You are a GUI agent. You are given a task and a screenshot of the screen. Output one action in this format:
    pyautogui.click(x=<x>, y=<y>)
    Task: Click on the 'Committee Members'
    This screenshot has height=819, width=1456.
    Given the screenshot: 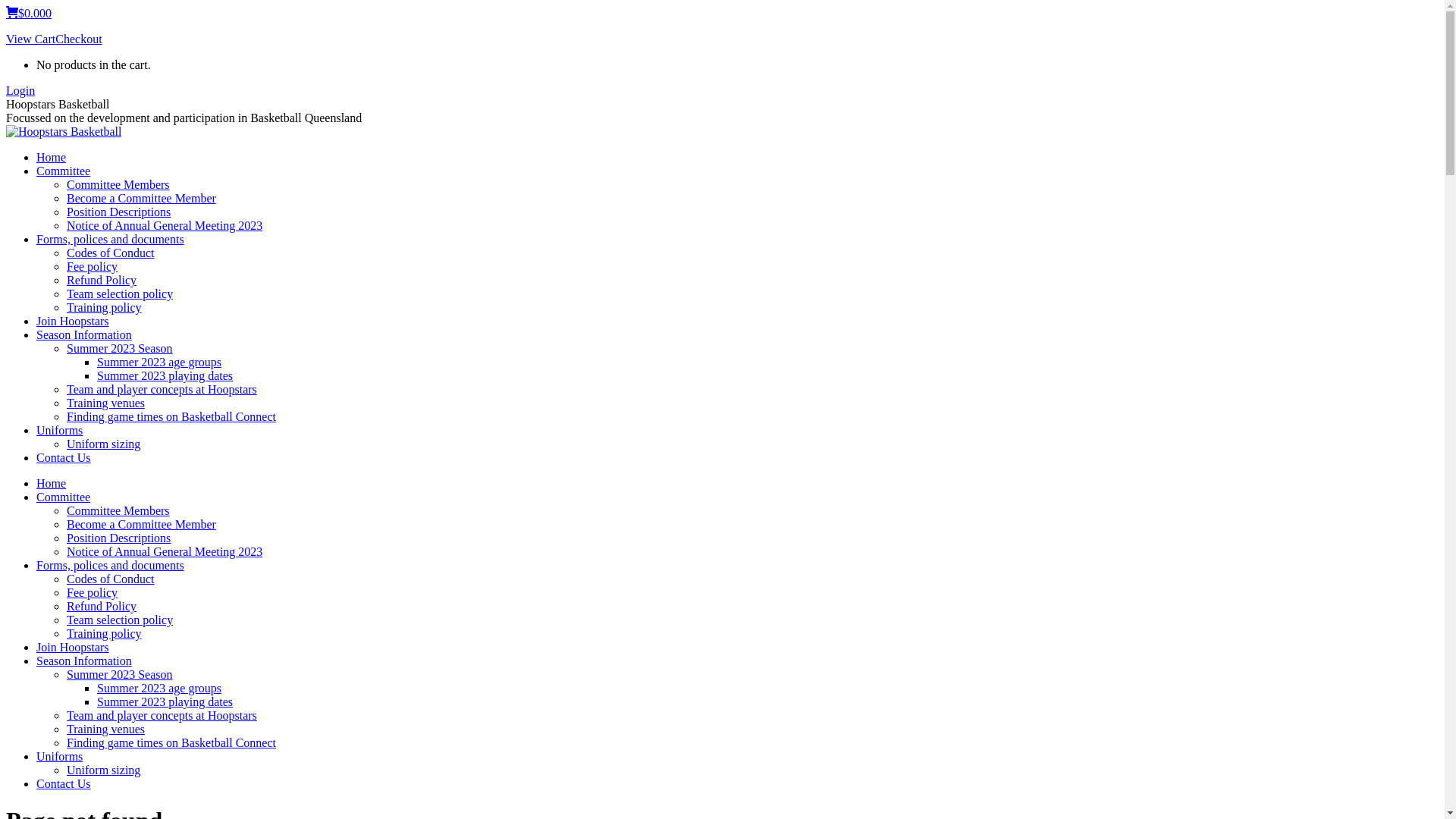 What is the action you would take?
    pyautogui.click(x=65, y=184)
    